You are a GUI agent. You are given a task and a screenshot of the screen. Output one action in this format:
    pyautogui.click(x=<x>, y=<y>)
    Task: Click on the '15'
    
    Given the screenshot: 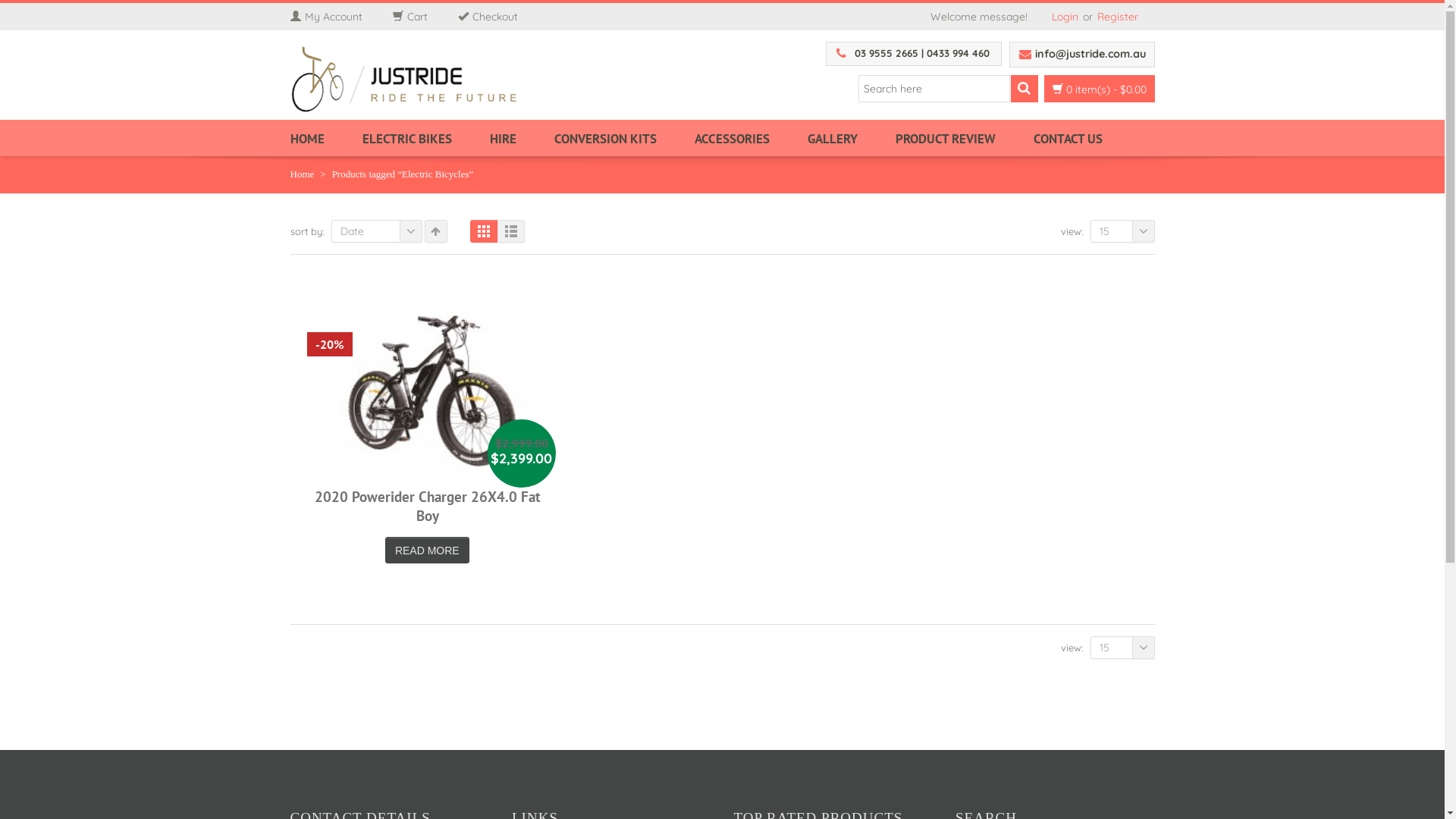 What is the action you would take?
    pyautogui.click(x=1090, y=647)
    